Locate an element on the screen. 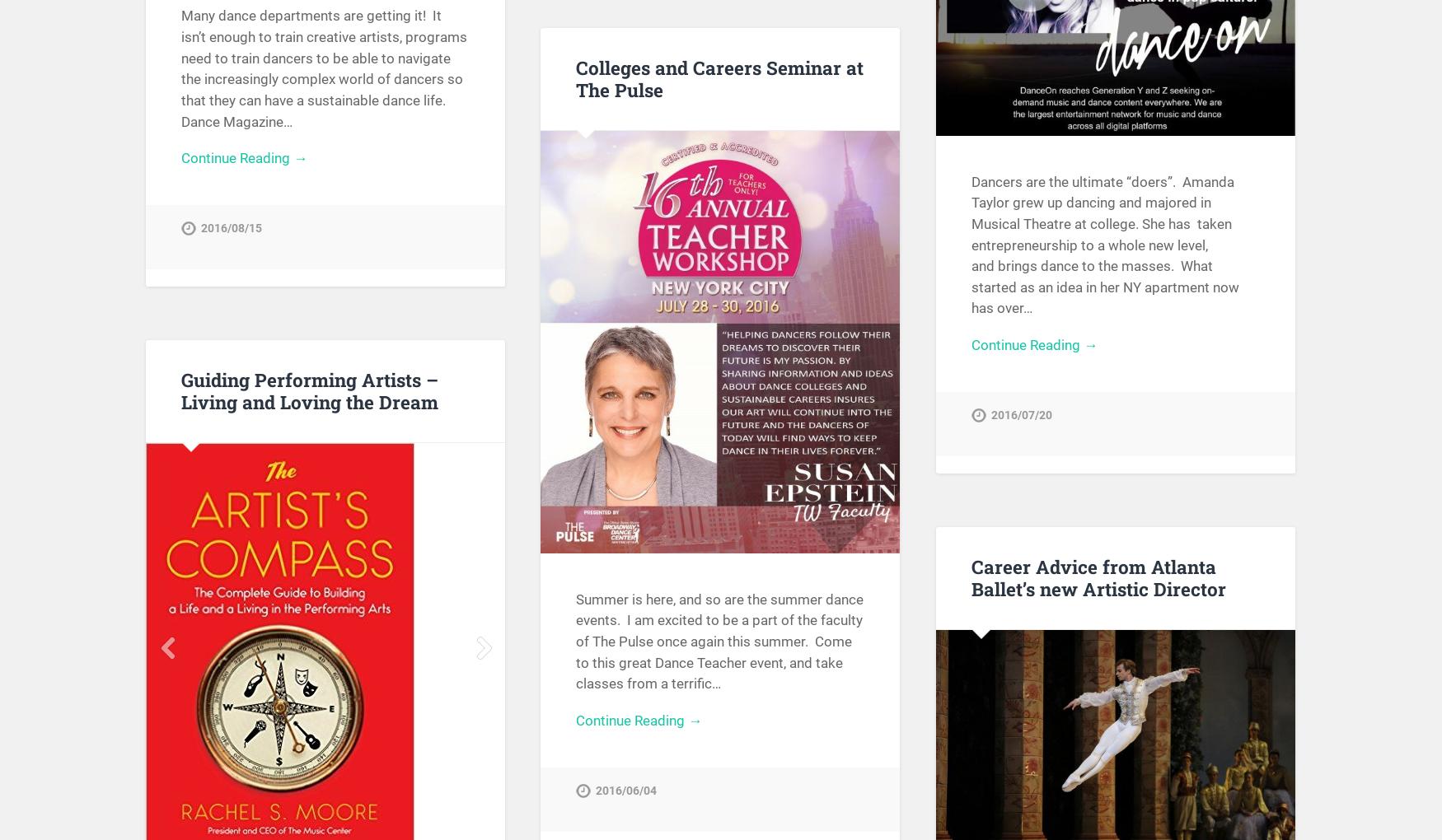 This screenshot has height=840, width=1442. 'Colleges and Careers Seminar at The Pulse' is located at coordinates (575, 77).